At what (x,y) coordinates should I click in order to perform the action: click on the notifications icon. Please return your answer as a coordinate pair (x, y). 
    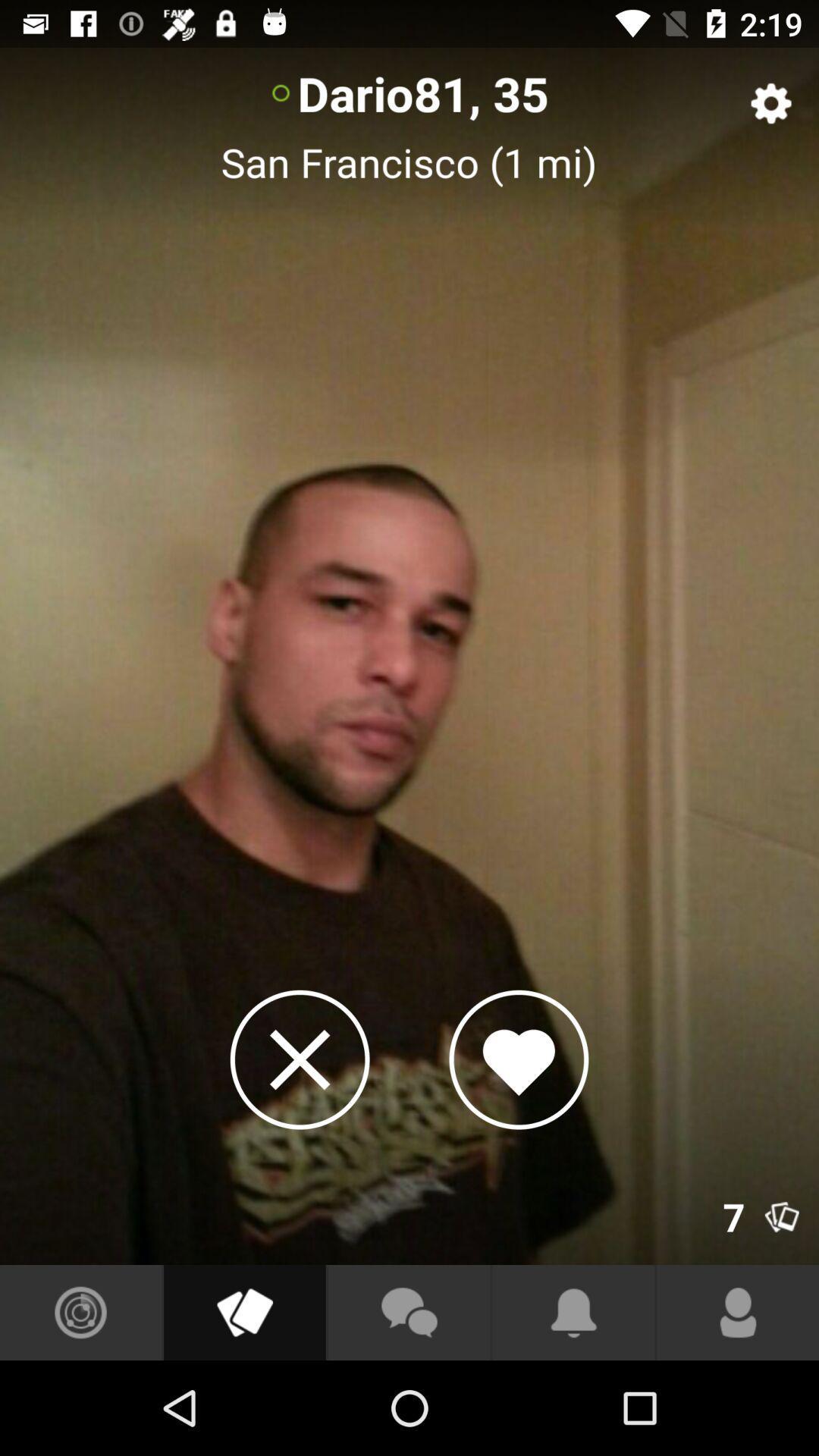
    Looking at the image, I should click on (573, 1312).